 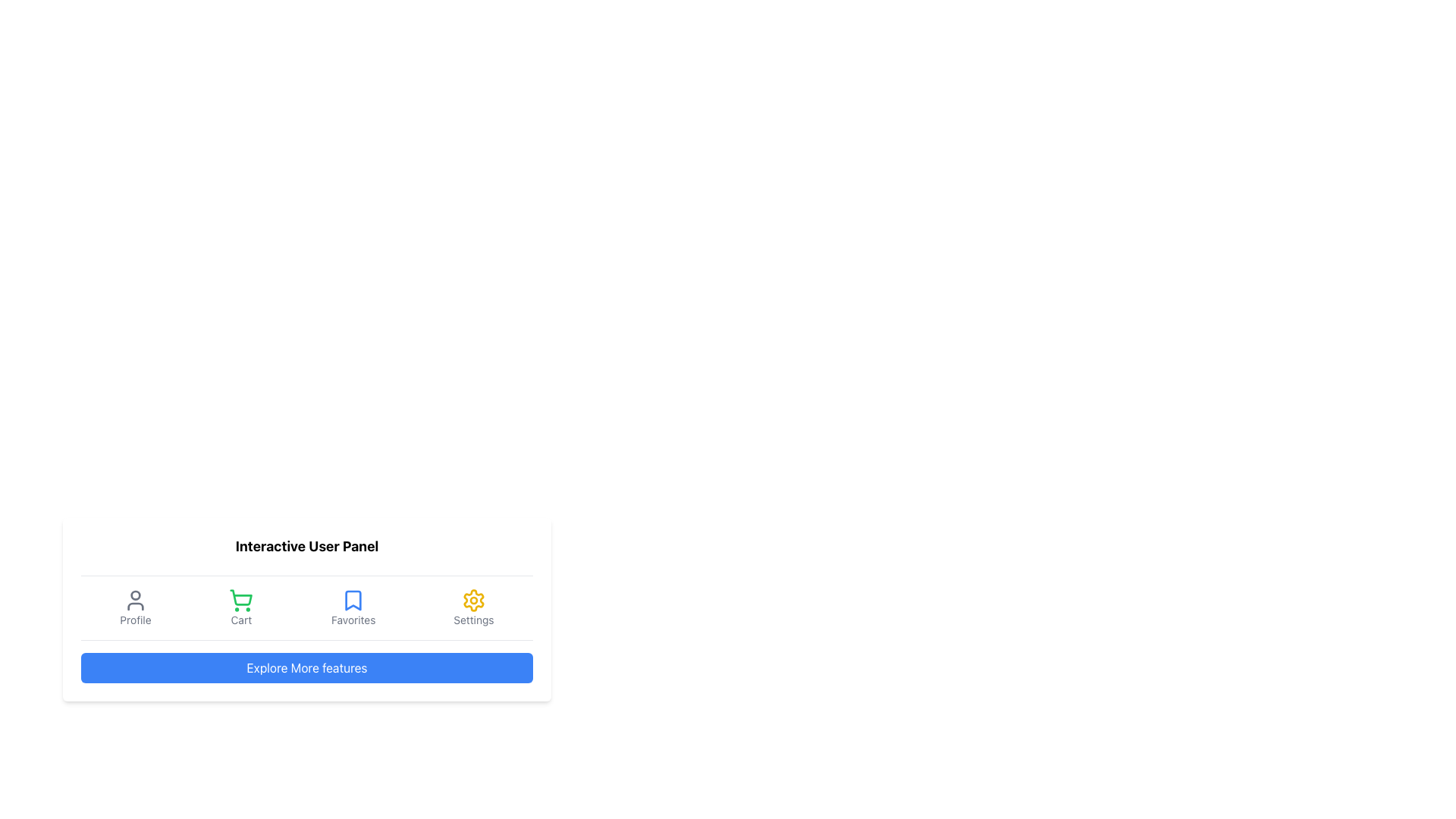 I want to click on the blue bookmark-shaped icon representing the favorites feature in the user panel, which is the third icon from the left, so click(x=353, y=599).